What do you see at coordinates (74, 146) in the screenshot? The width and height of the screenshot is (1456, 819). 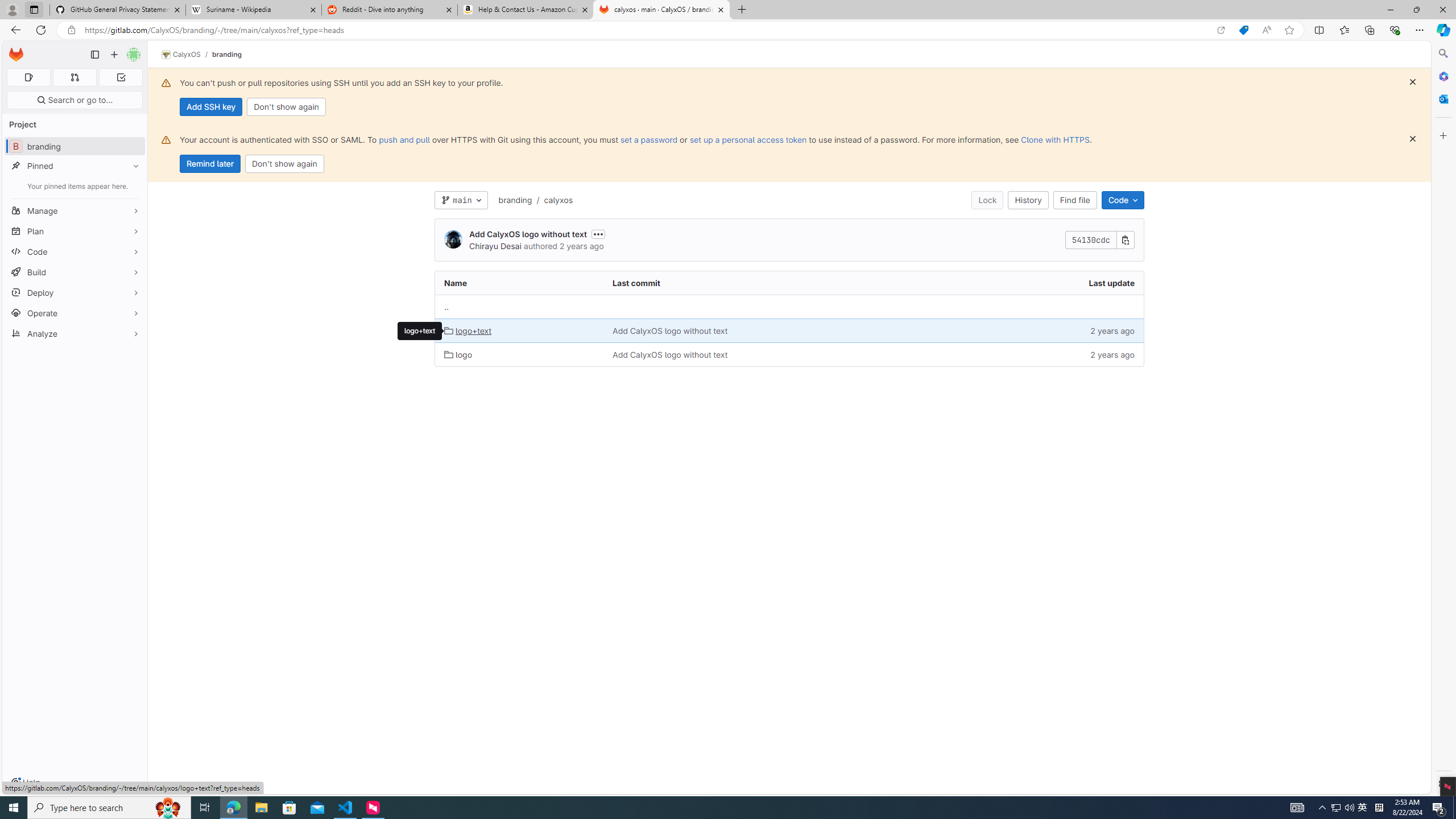 I see `'Bbranding'` at bounding box center [74, 146].